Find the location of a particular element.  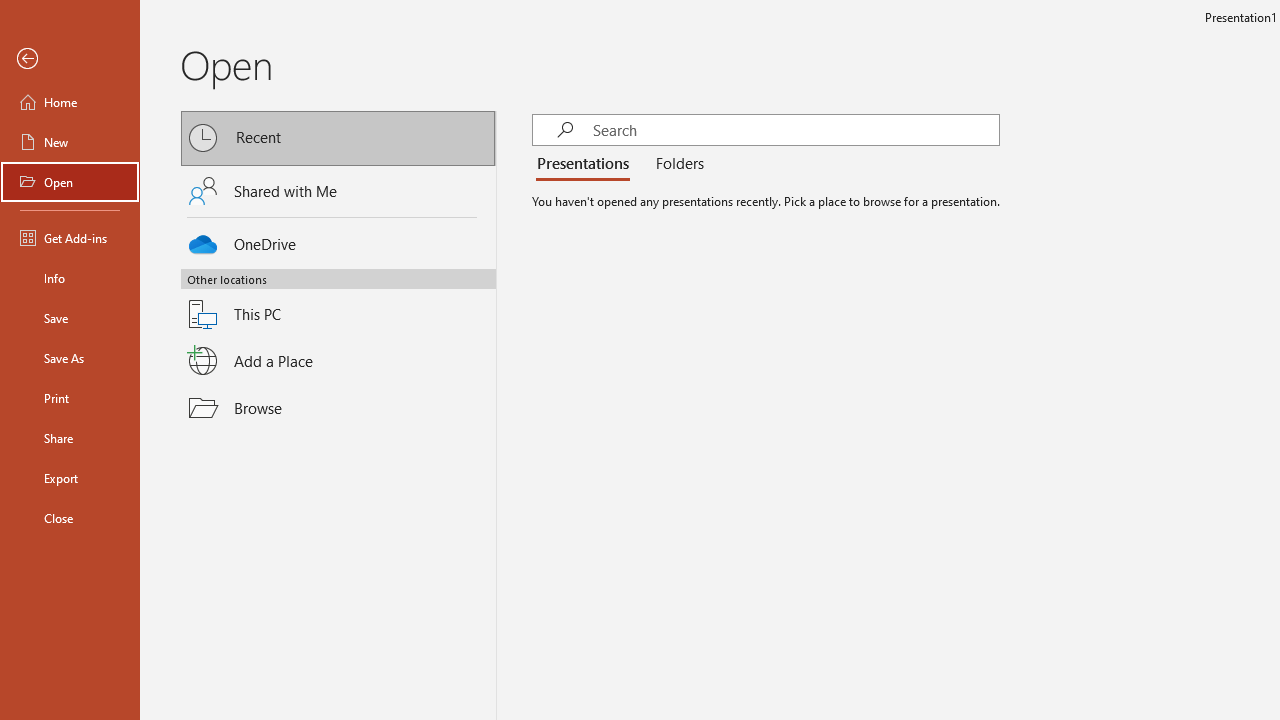

'Recent' is located at coordinates (338, 137).